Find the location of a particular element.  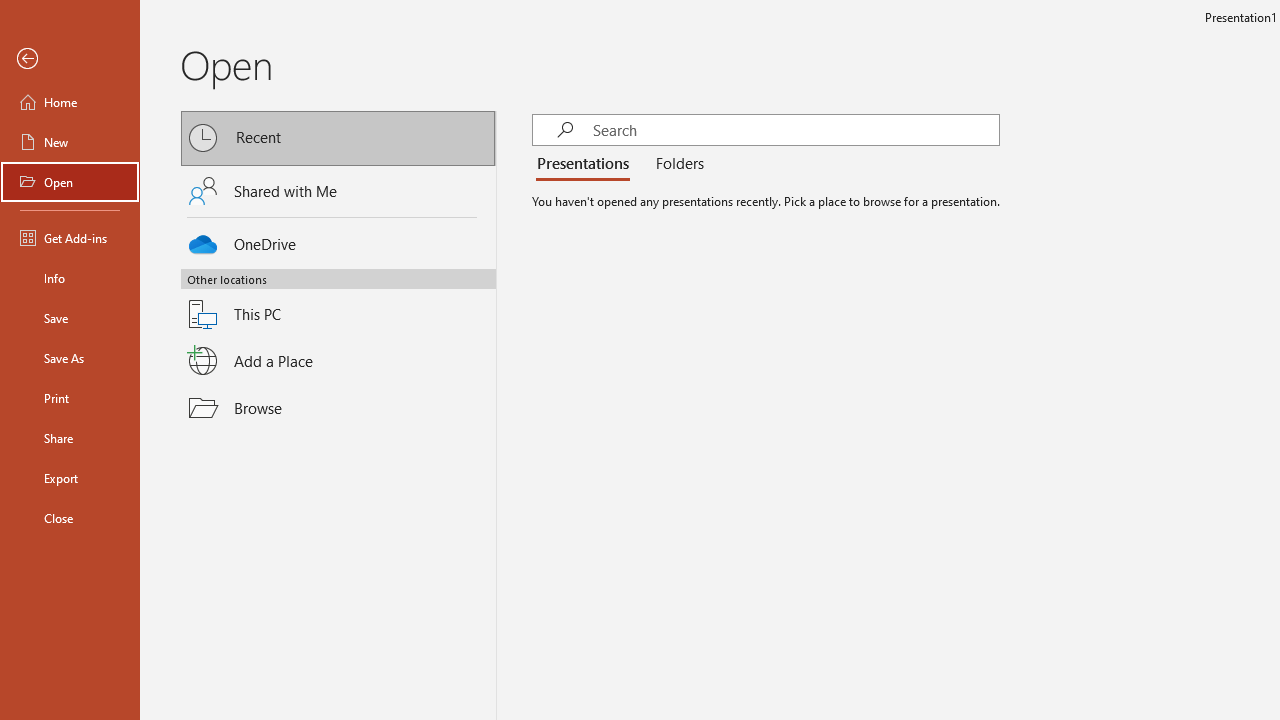

'Recent' is located at coordinates (338, 137).